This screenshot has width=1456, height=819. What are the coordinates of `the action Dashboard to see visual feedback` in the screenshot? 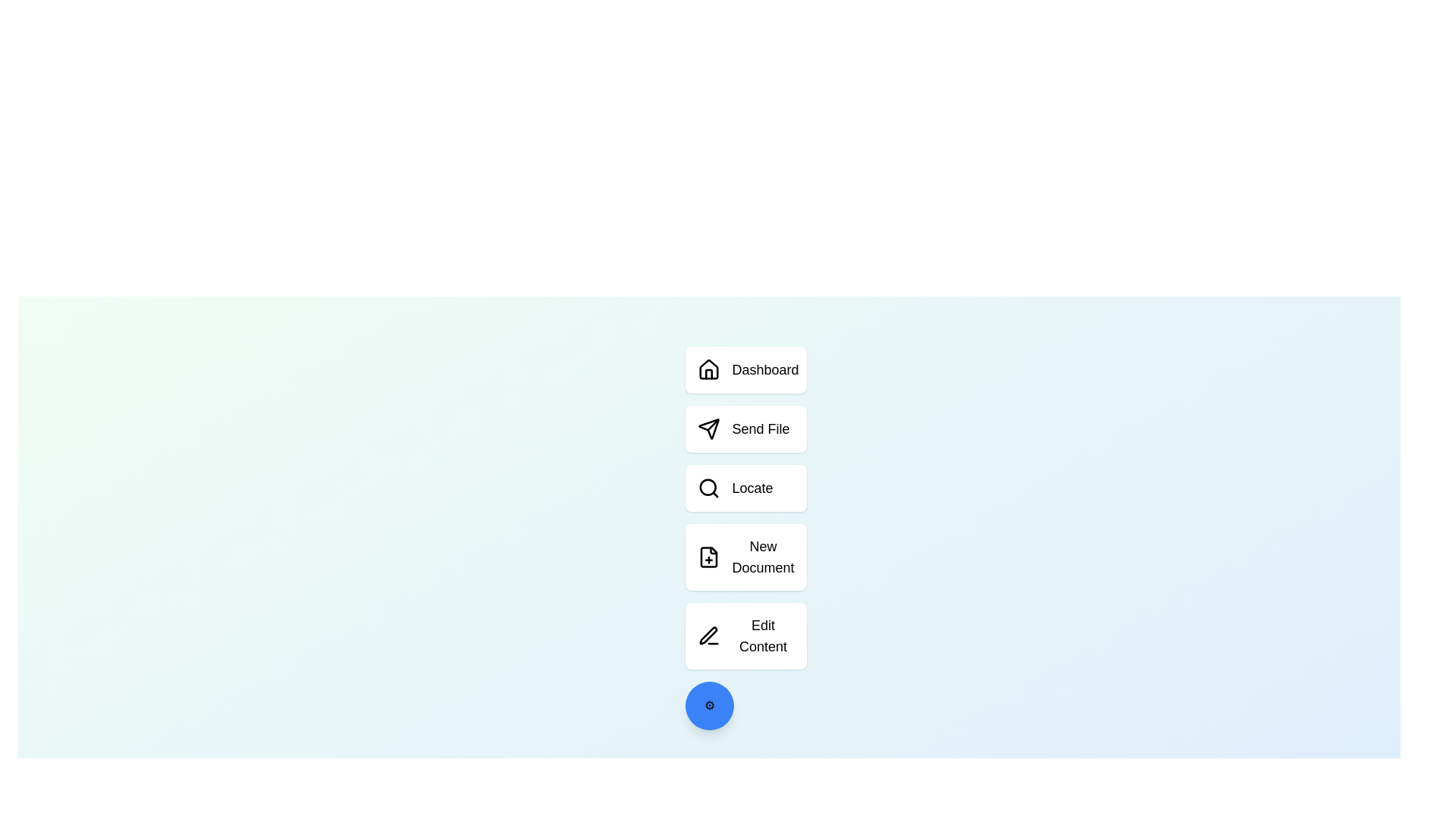 It's located at (745, 370).